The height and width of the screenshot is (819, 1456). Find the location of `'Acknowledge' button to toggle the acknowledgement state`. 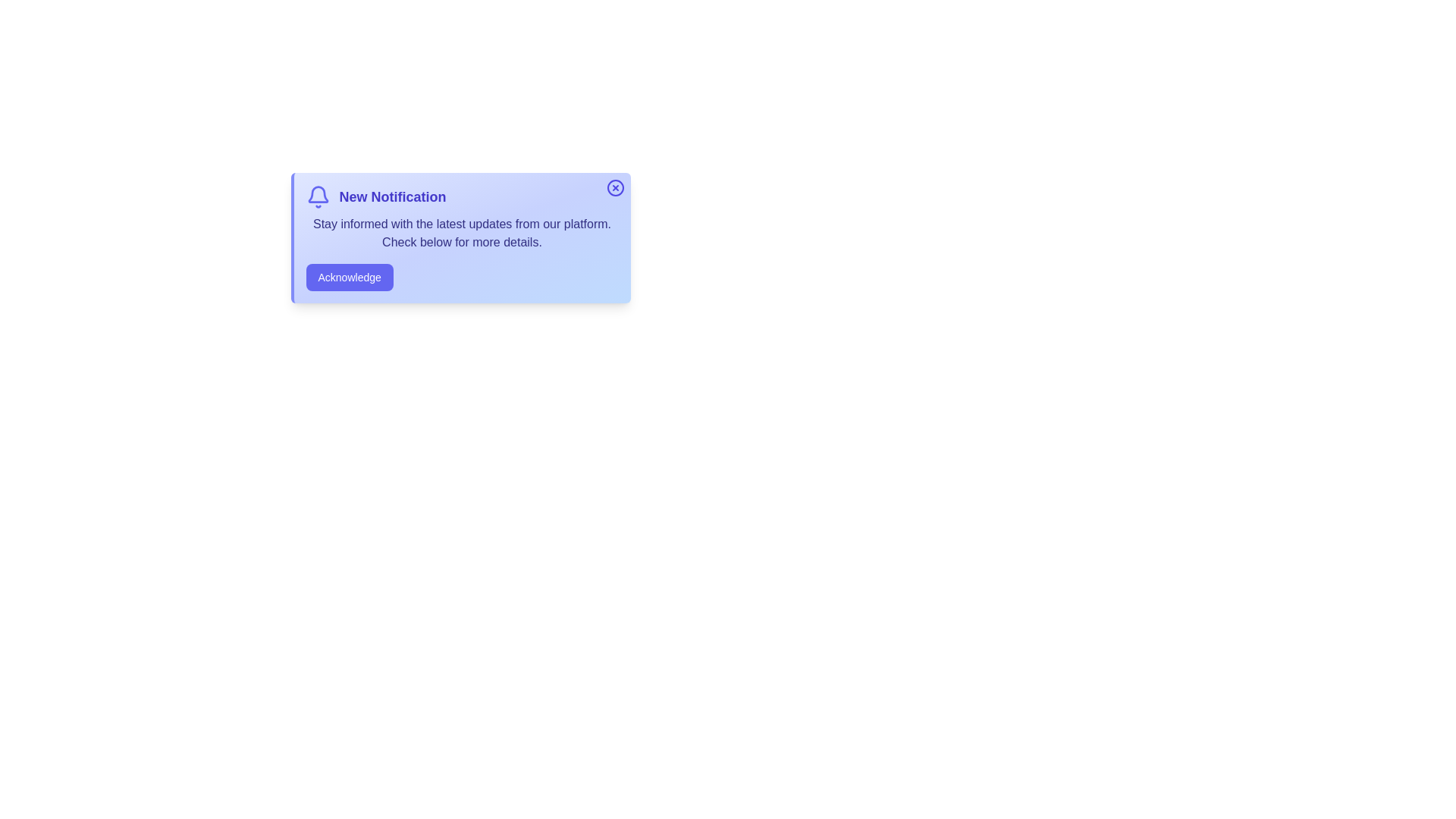

'Acknowledge' button to toggle the acknowledgement state is located at coordinates (348, 278).